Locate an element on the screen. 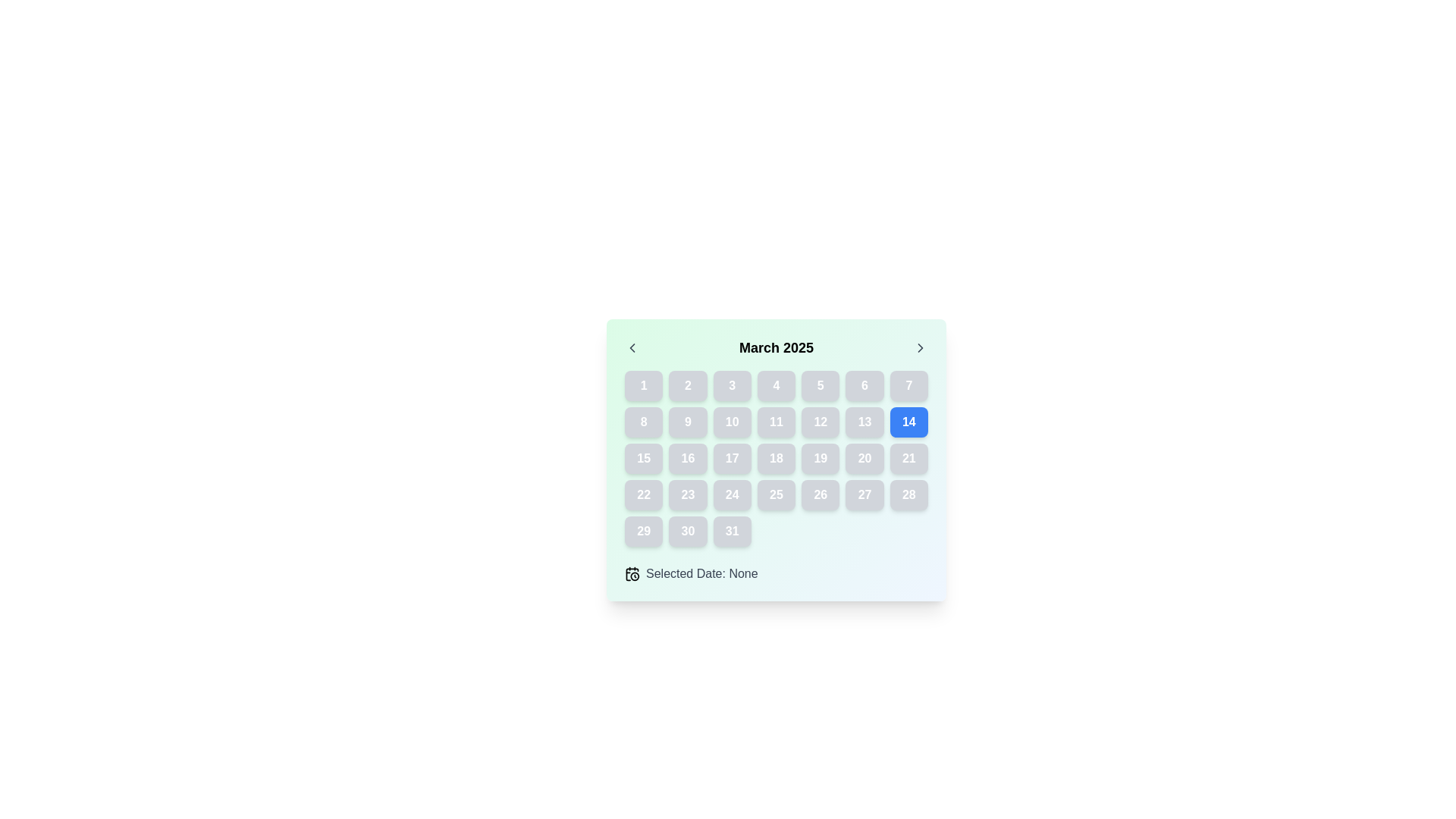  the date selector button for the 14th day in the calendar interface, located in the second row and seventh column, between the '13' and '15' buttons is located at coordinates (908, 422).